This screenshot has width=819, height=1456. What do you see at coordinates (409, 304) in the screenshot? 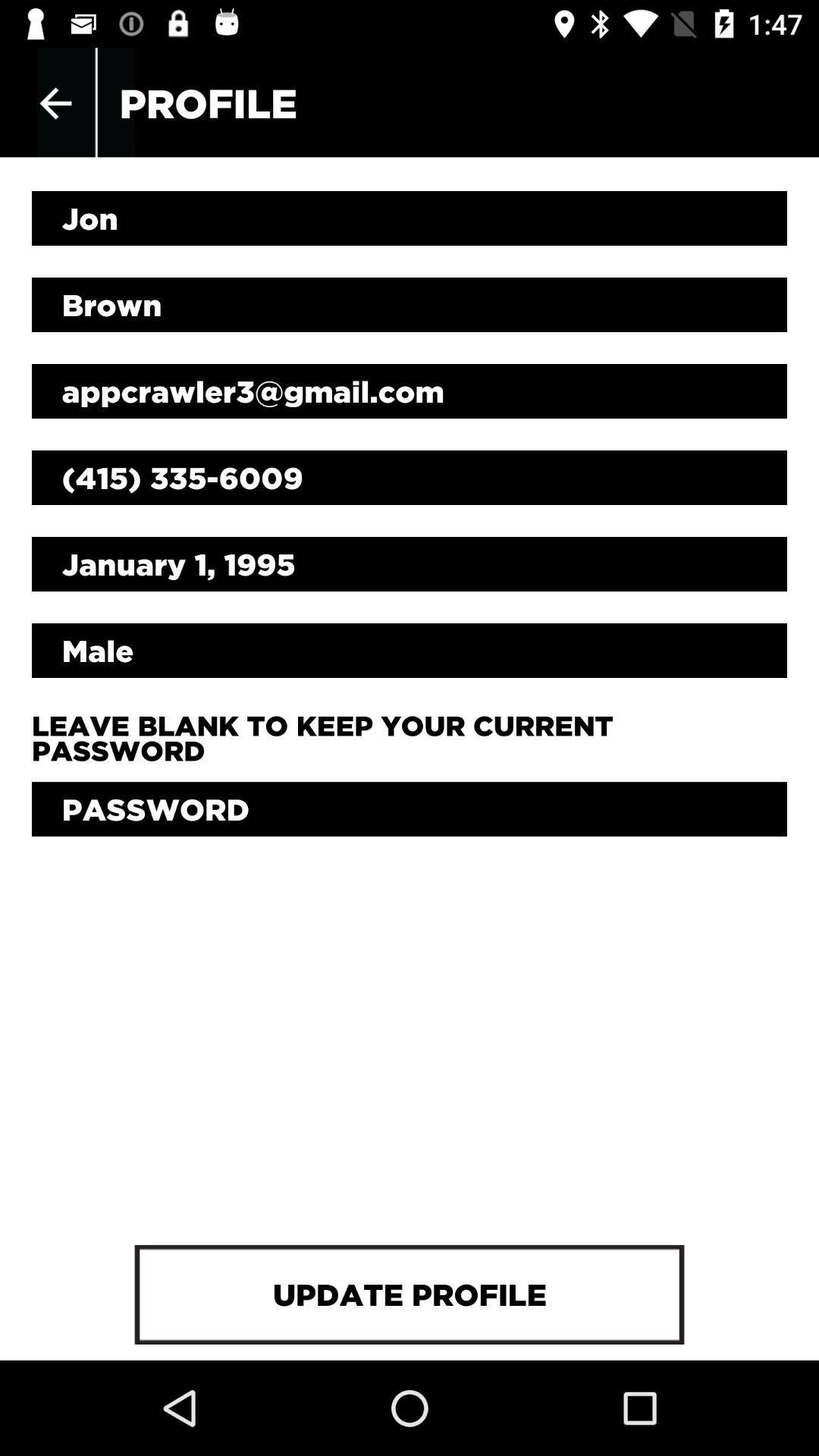
I see `item above appcrawler3@gmail.com icon` at bounding box center [409, 304].